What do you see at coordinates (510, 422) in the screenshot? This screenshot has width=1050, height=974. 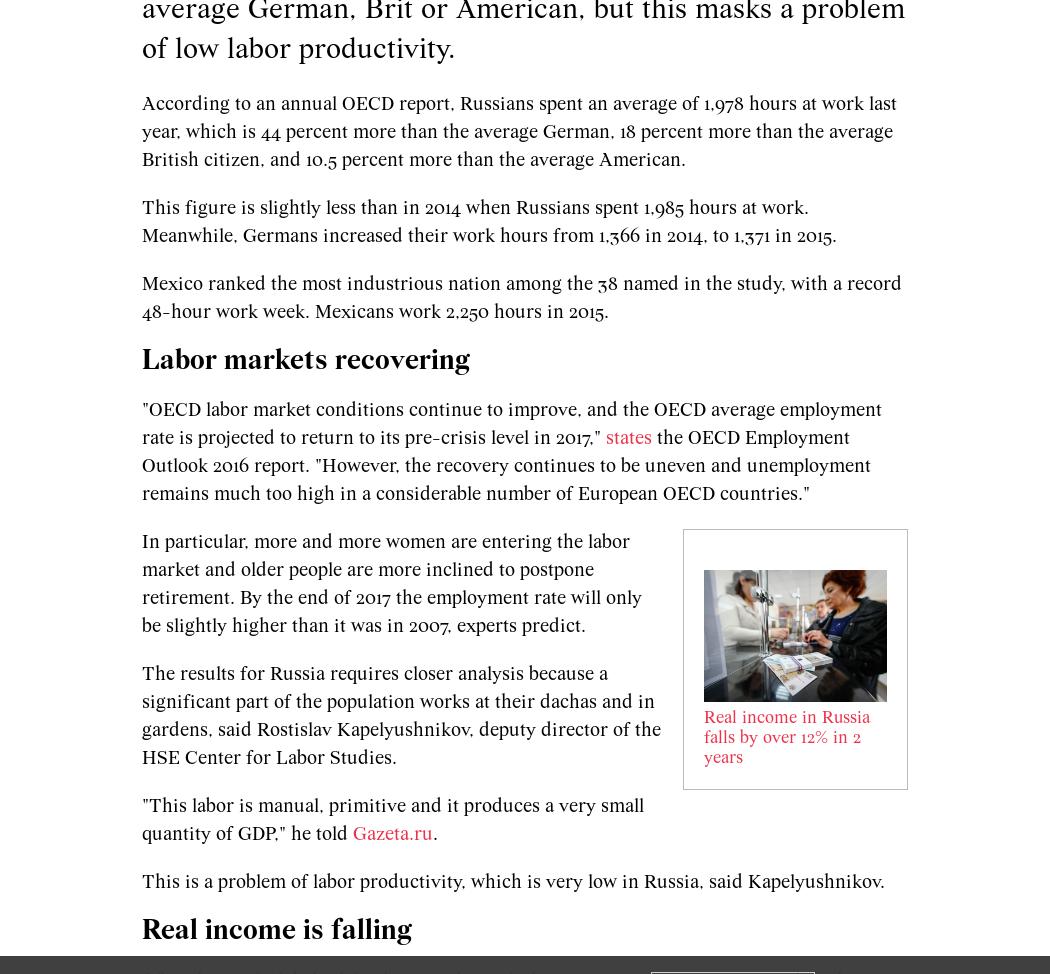 I see `'"OECD labor market conditions continue to improve, and the OECD average employment rate is projected to return to its pre-crisis level in 2017,"'` at bounding box center [510, 422].